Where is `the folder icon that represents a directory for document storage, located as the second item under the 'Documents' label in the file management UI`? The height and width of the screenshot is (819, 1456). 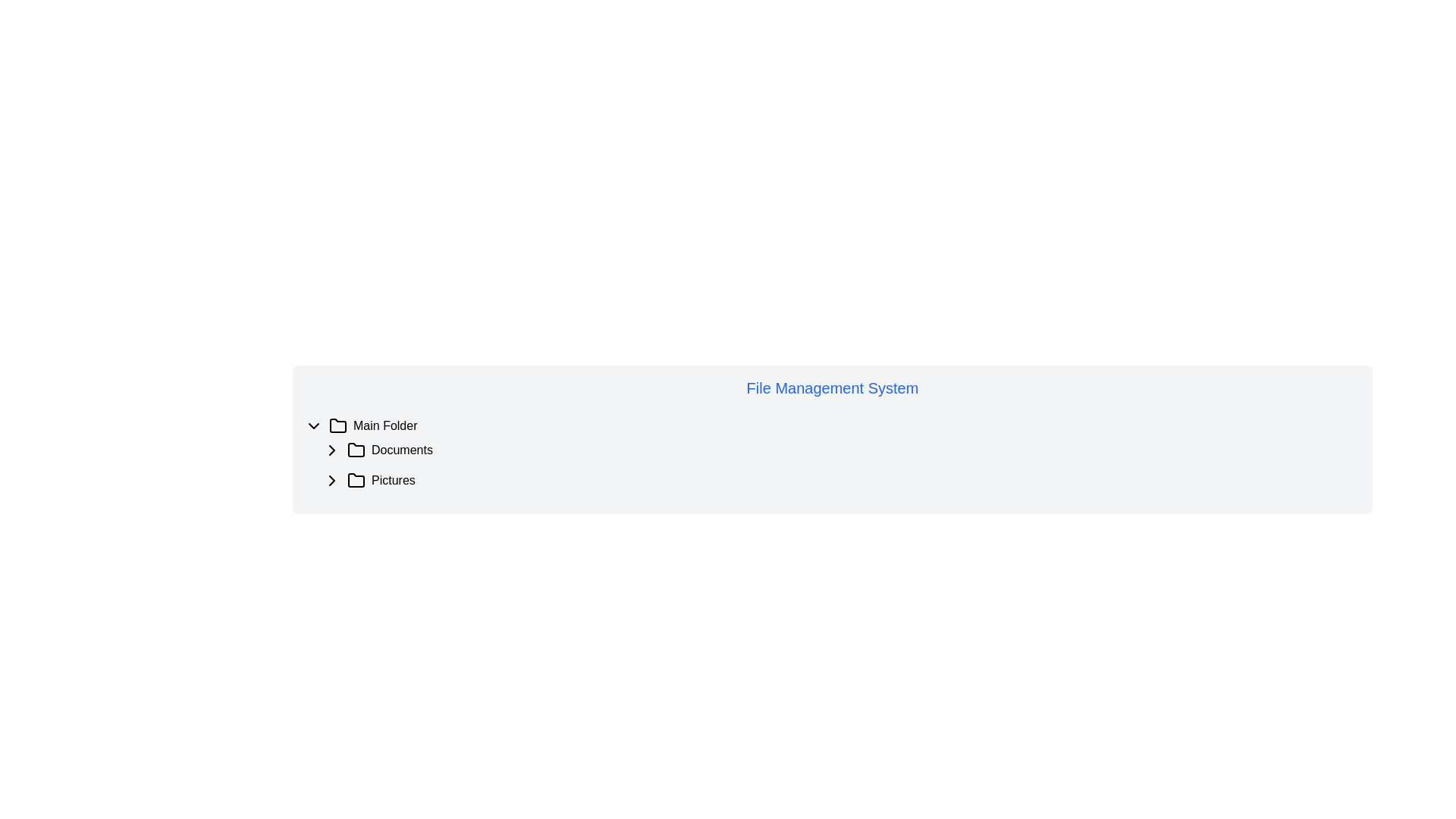
the folder icon that represents a directory for document storage, located as the second item under the 'Documents' label in the file management UI is located at coordinates (356, 449).